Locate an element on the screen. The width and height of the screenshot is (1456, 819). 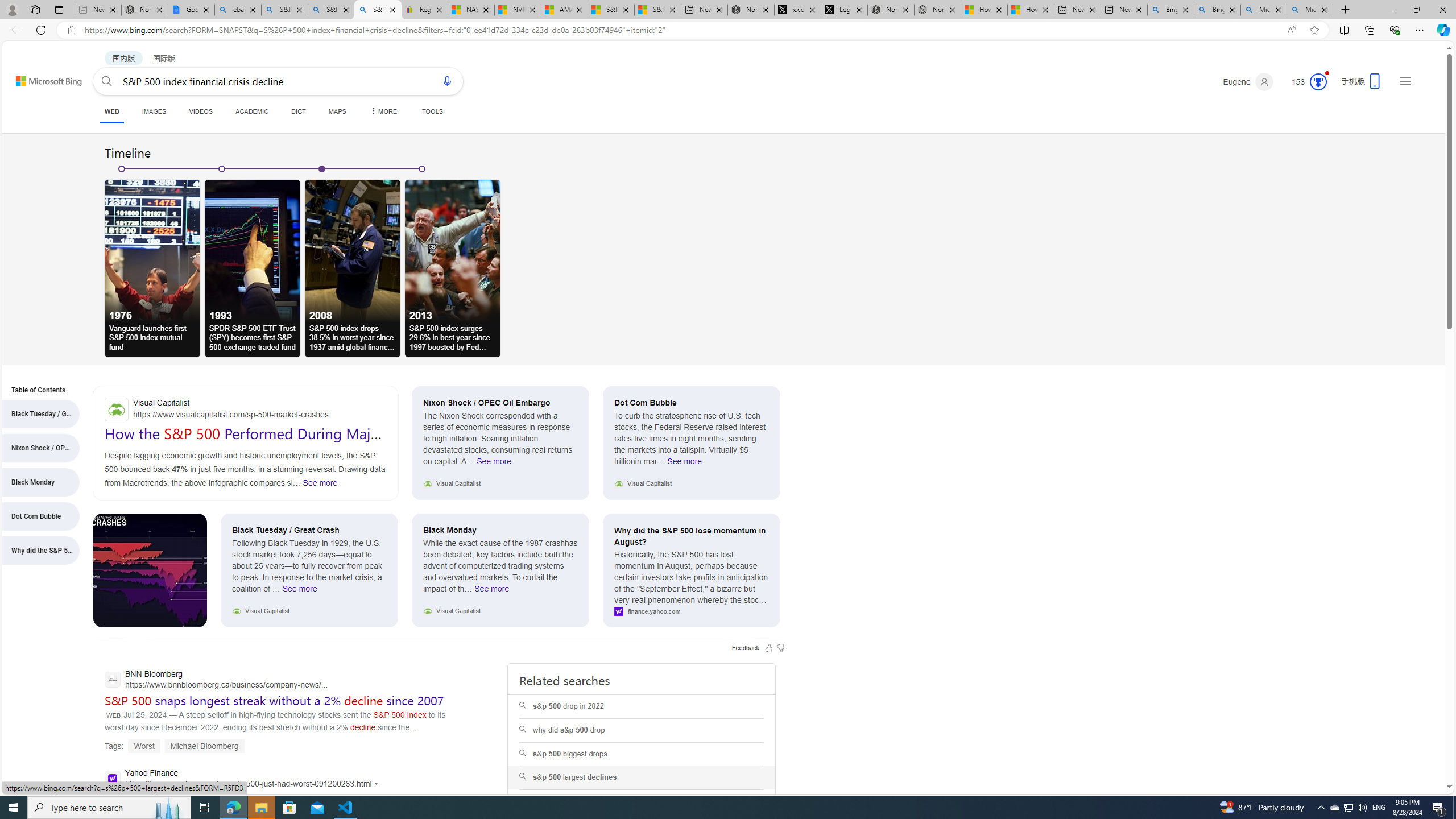
'Settings and quick links' is located at coordinates (1405, 80).